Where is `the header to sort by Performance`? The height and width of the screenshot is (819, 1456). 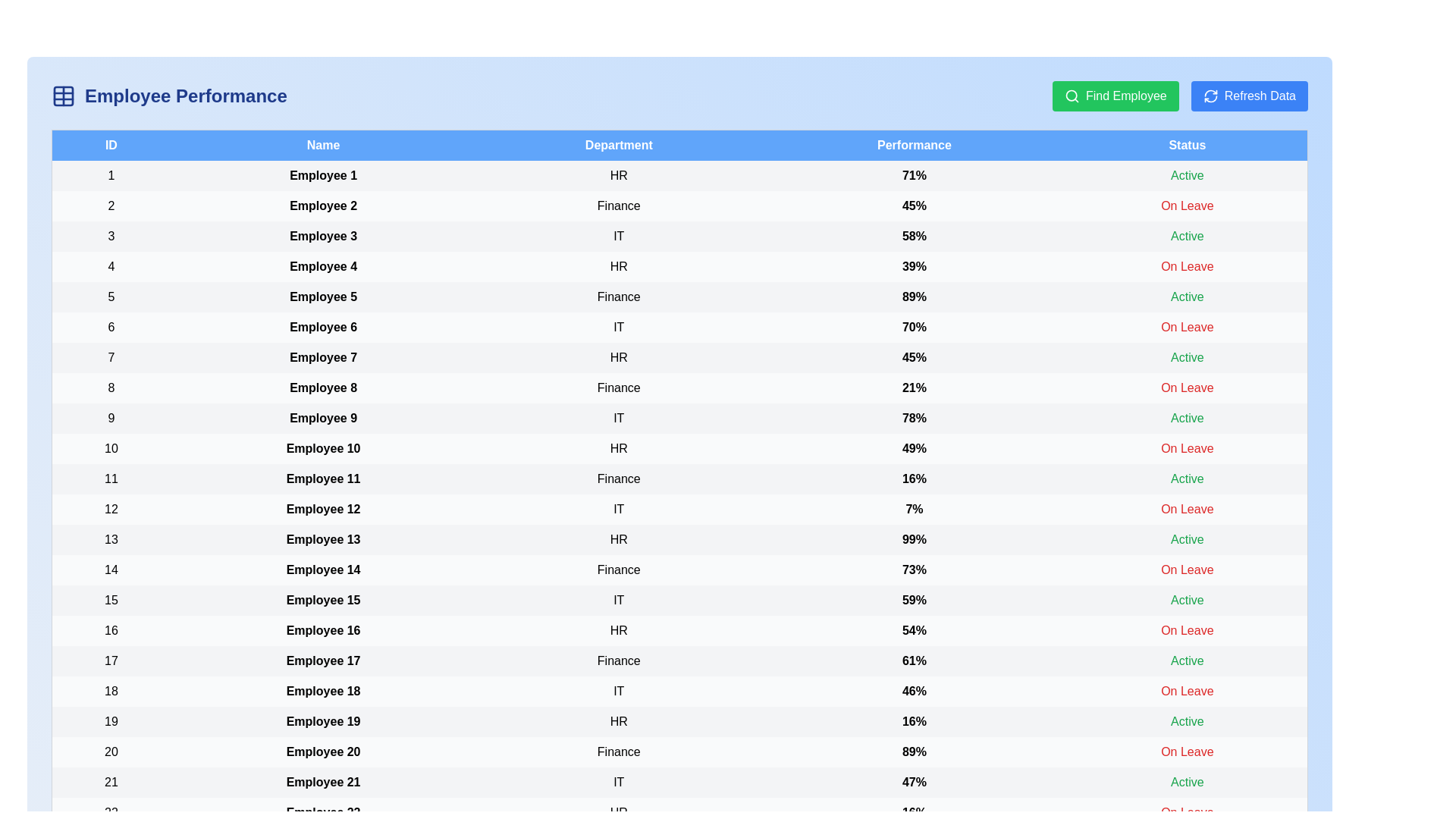
the header to sort by Performance is located at coordinates (913, 145).